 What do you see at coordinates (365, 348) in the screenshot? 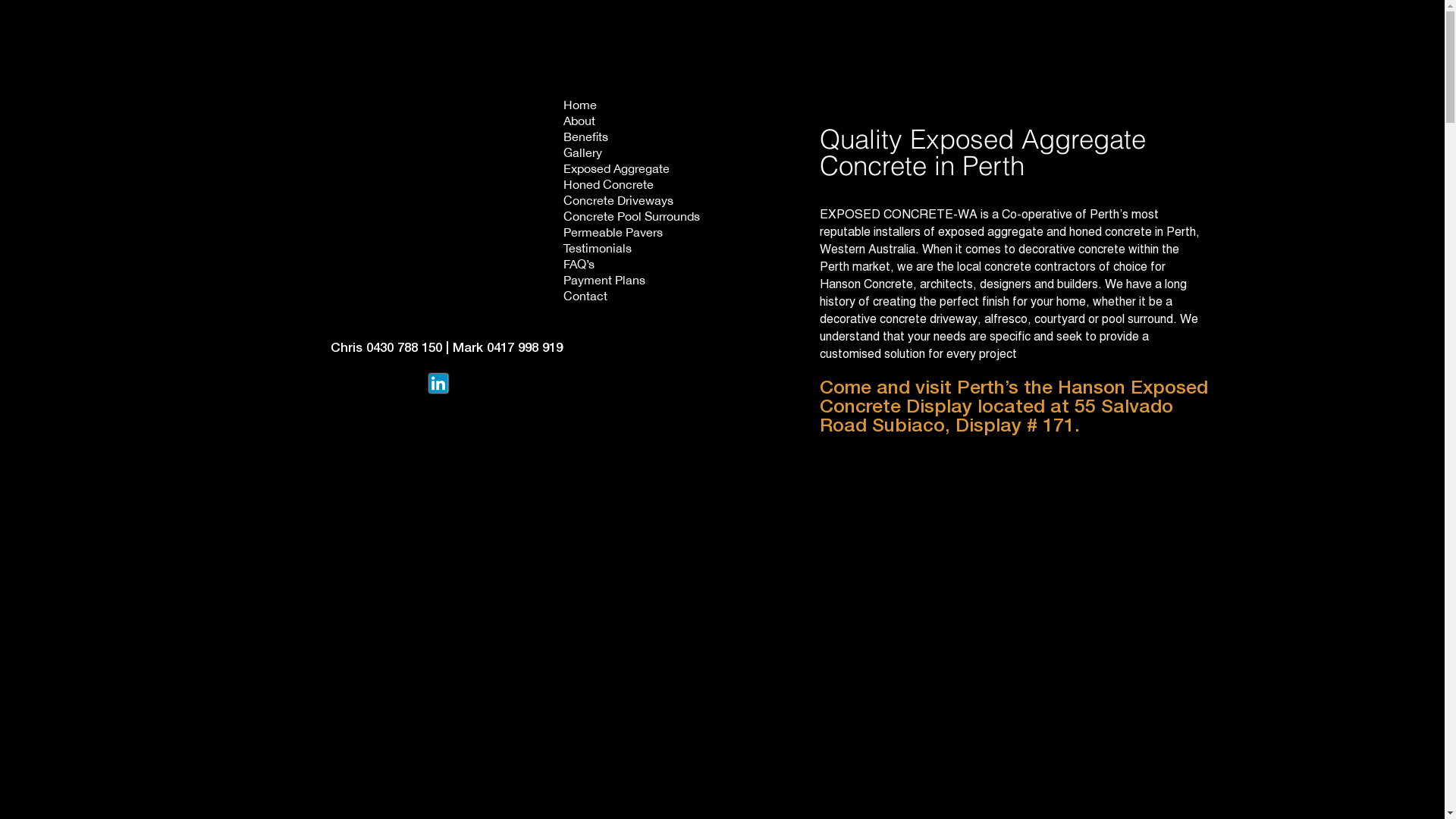
I see `'0430 788 150'` at bounding box center [365, 348].